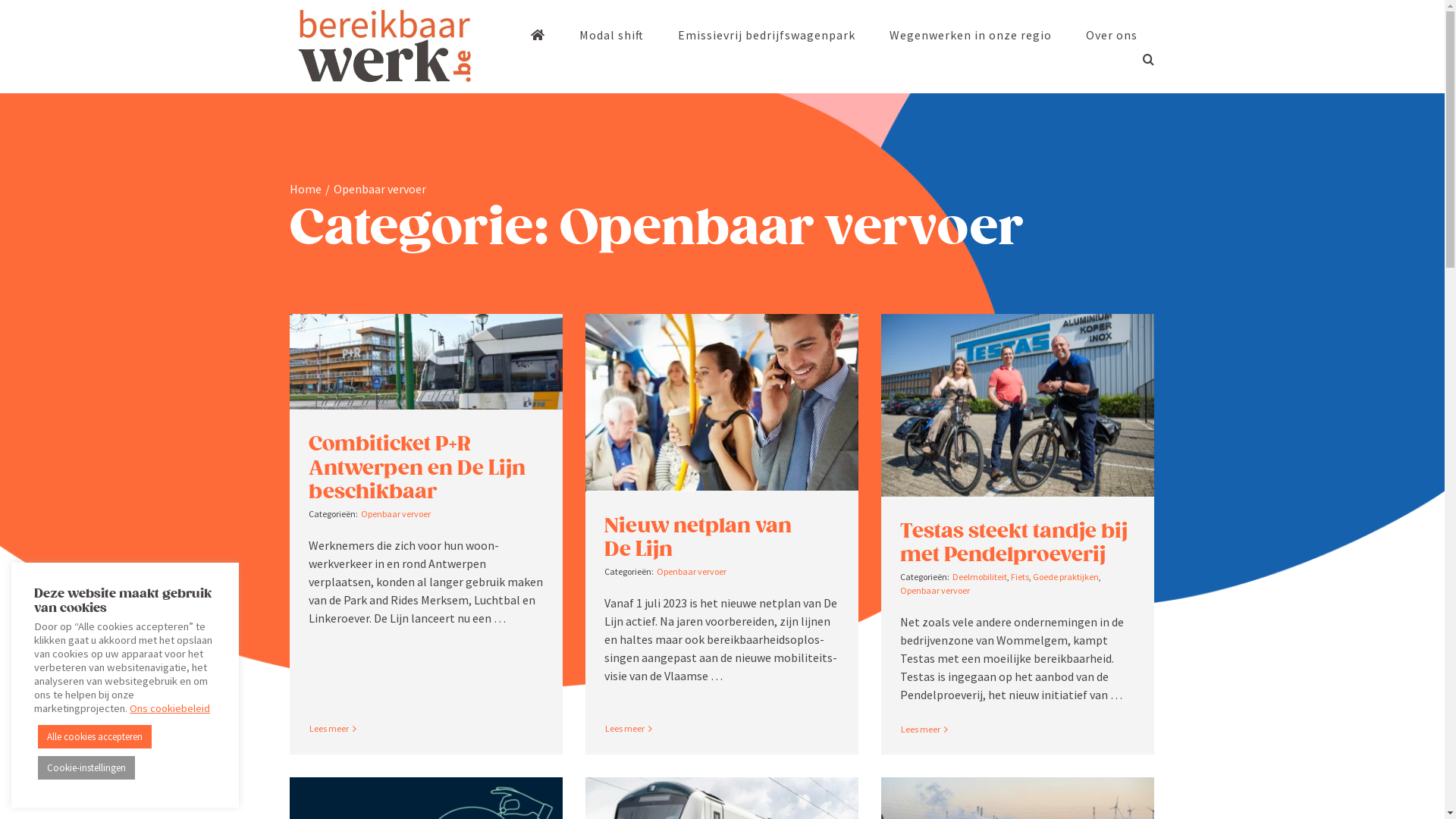 This screenshot has width=1456, height=819. I want to click on 'Nieuw netplan van De Lijn', so click(697, 536).